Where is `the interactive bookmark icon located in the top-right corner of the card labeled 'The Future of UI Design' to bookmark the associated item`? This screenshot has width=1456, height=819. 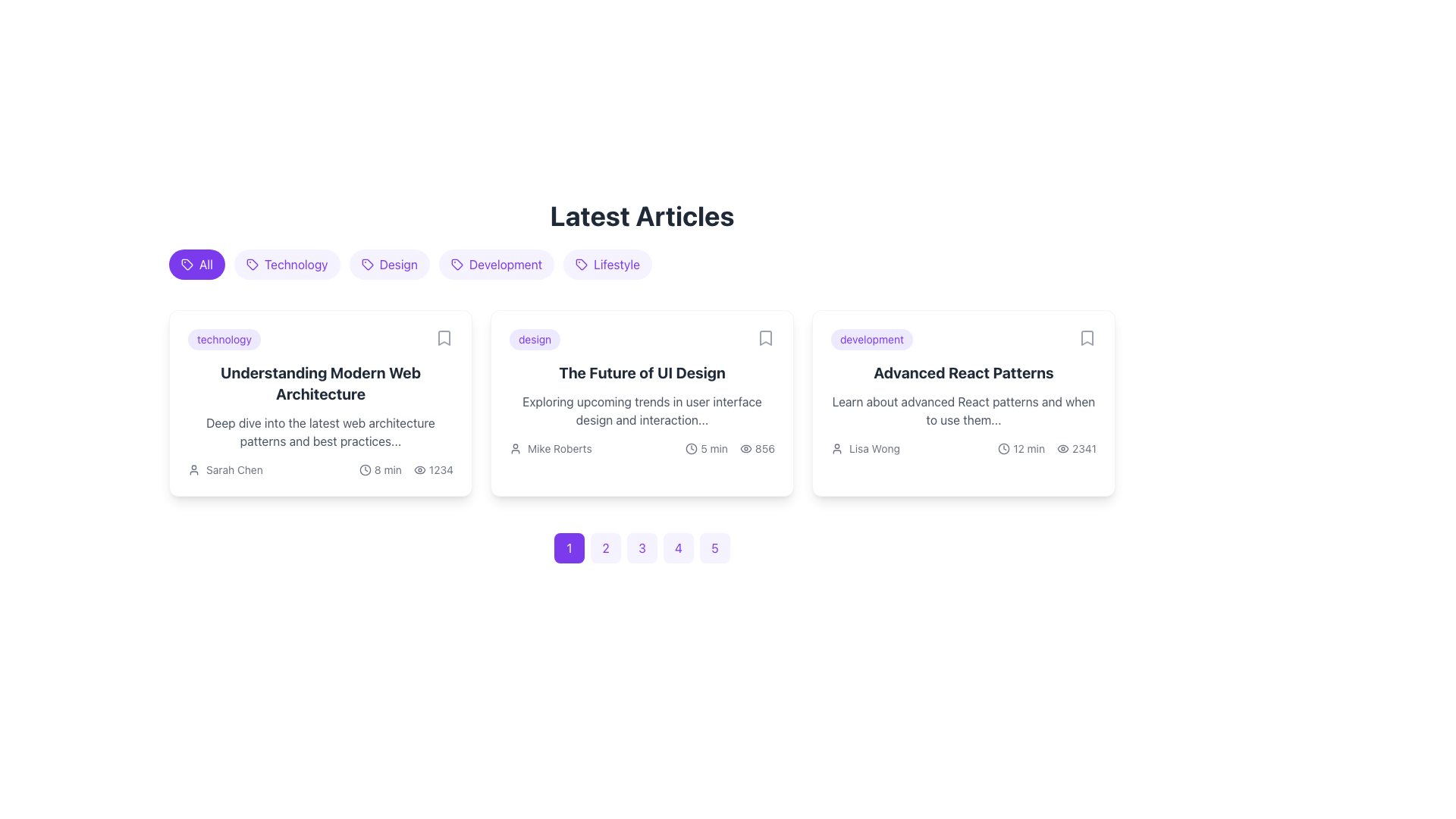
the interactive bookmark icon located in the top-right corner of the card labeled 'The Future of UI Design' to bookmark the associated item is located at coordinates (765, 337).